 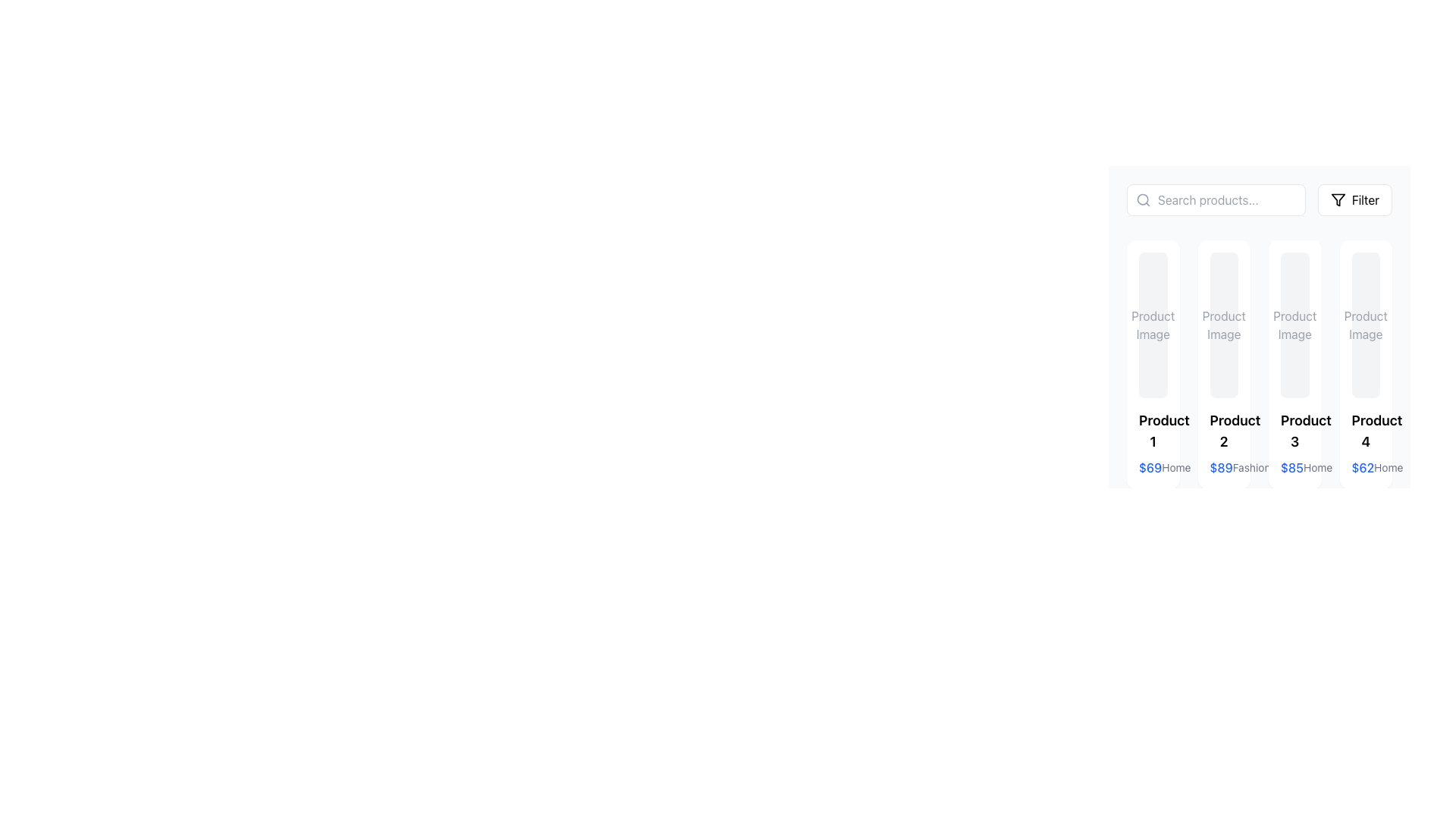 What do you see at coordinates (1223, 365) in the screenshot?
I see `the details of the second product card in the grid layout, which displays the product image, name, price, and category` at bounding box center [1223, 365].